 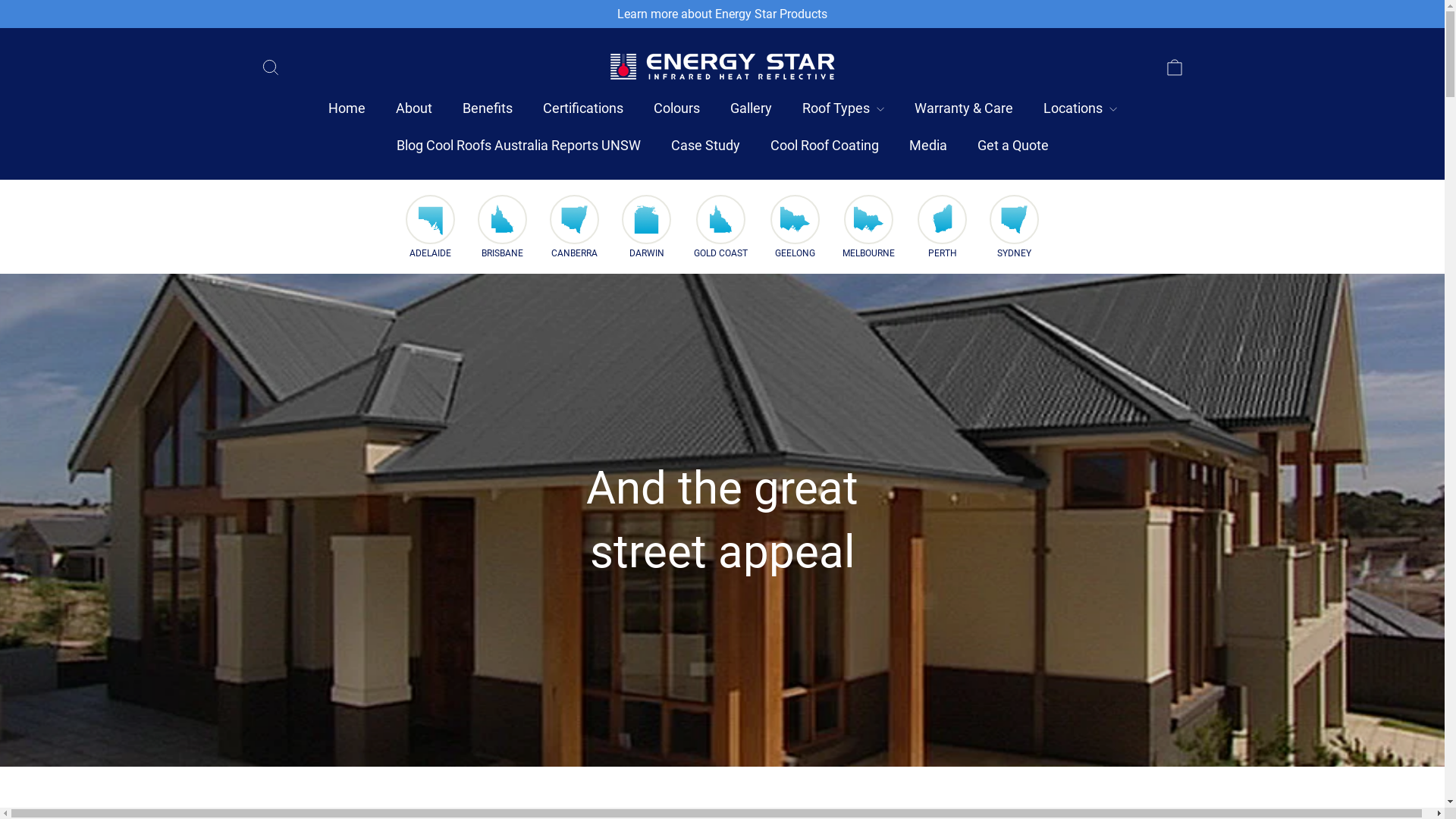 I want to click on 'icon-search, so click(x=269, y=65).